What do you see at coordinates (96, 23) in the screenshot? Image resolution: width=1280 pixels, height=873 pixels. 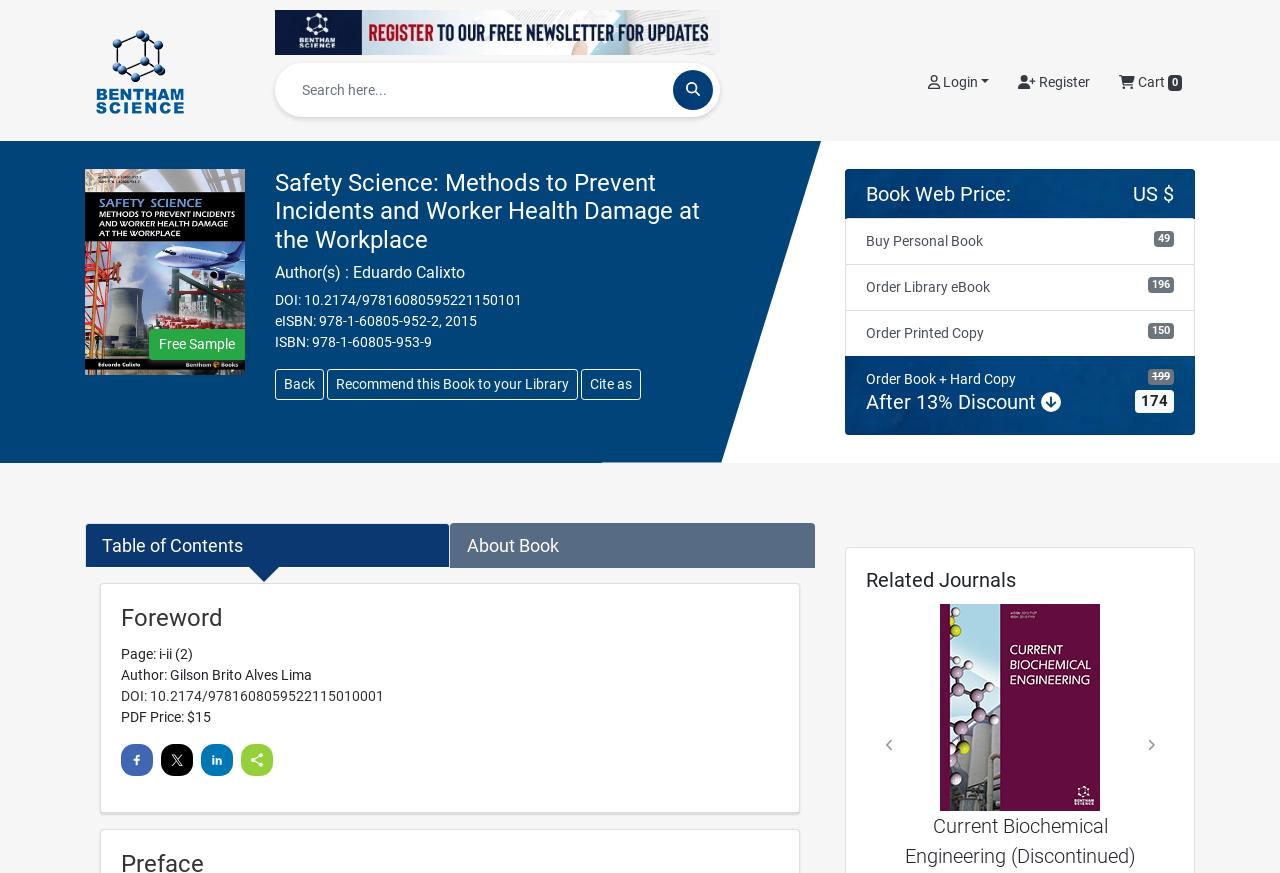 I see `'Home'` at bounding box center [96, 23].